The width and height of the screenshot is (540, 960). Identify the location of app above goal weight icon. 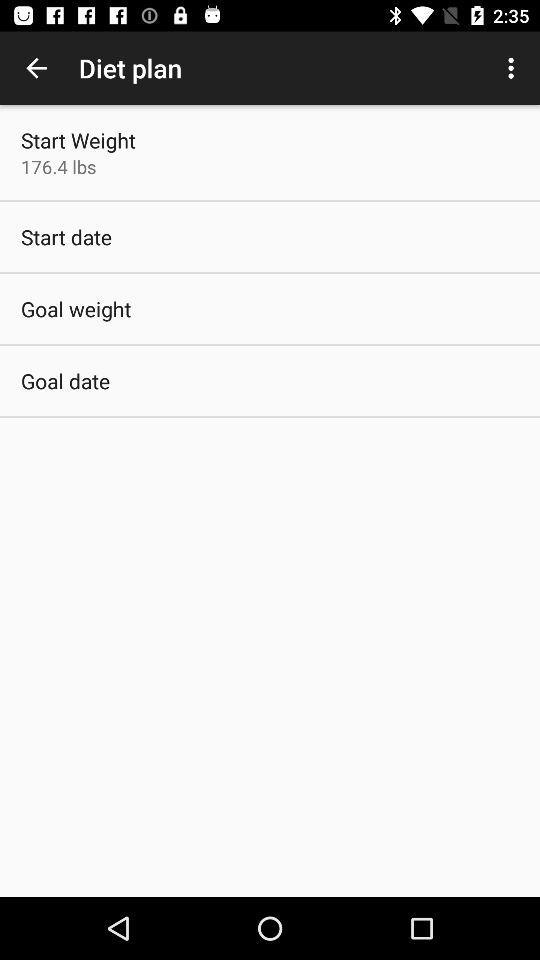
(66, 237).